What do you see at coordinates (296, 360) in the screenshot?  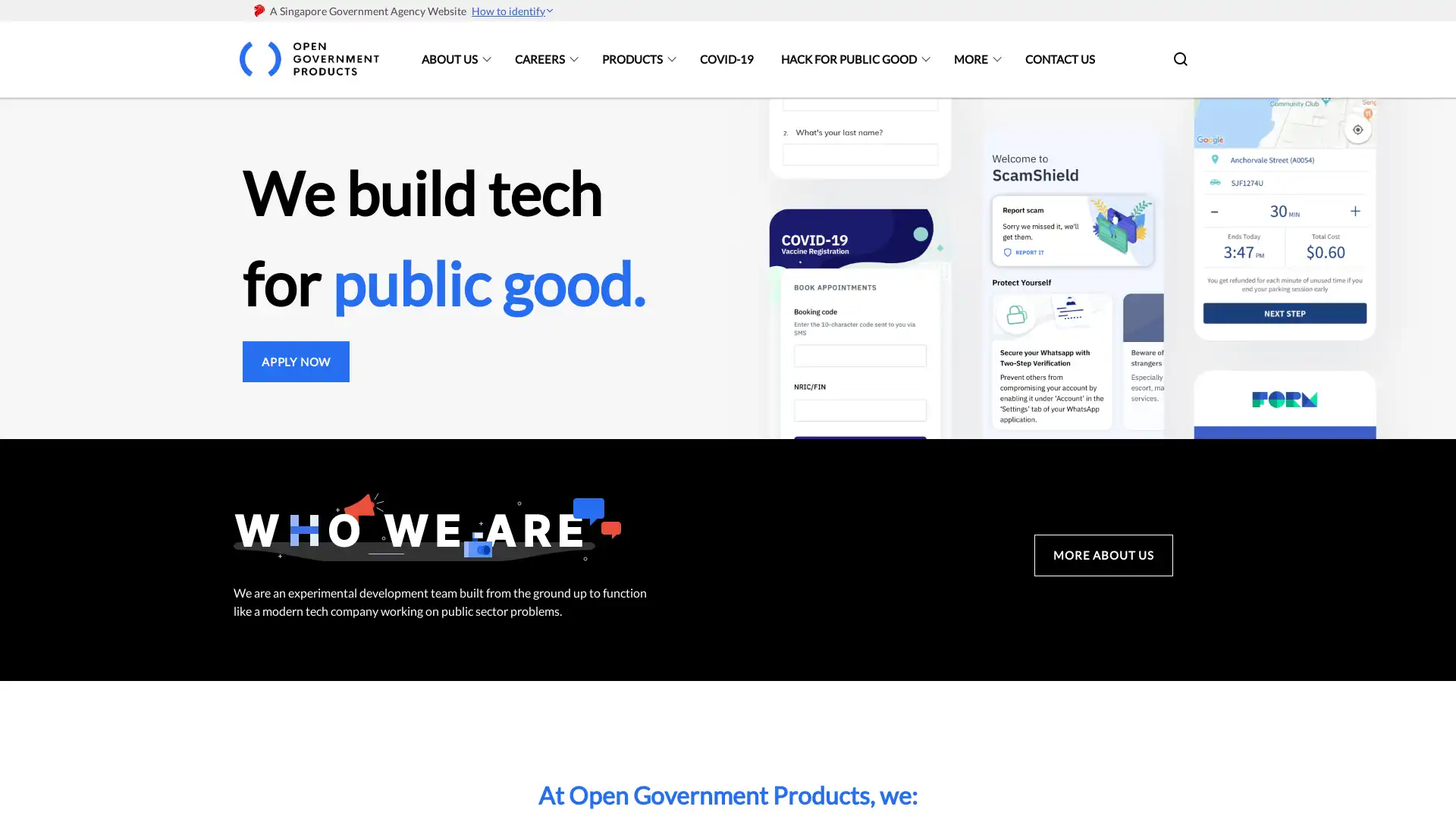 I see `APPLY NOW` at bounding box center [296, 360].